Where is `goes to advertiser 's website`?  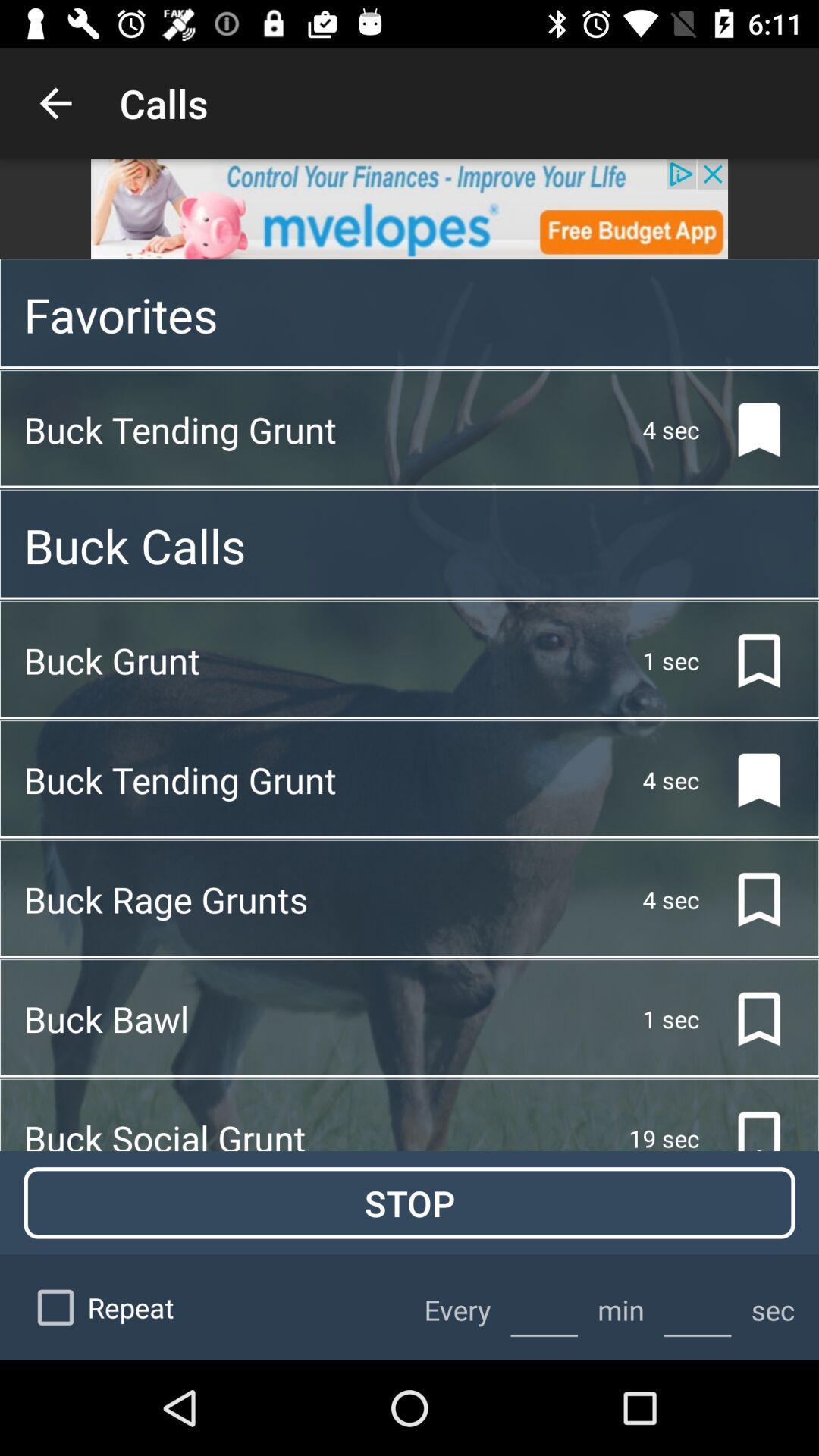
goes to advertiser 's website is located at coordinates (409, 208).